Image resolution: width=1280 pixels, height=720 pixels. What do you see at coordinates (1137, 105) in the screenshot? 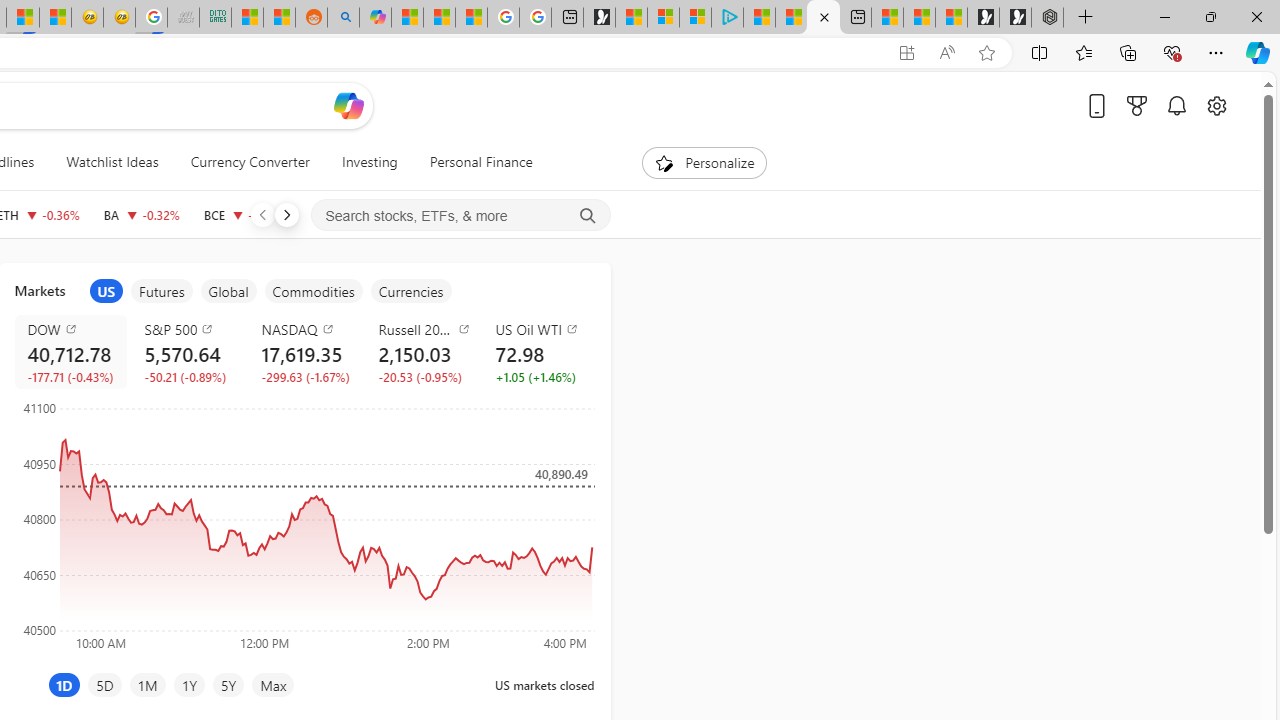
I see `'Microsoft rewards'` at bounding box center [1137, 105].